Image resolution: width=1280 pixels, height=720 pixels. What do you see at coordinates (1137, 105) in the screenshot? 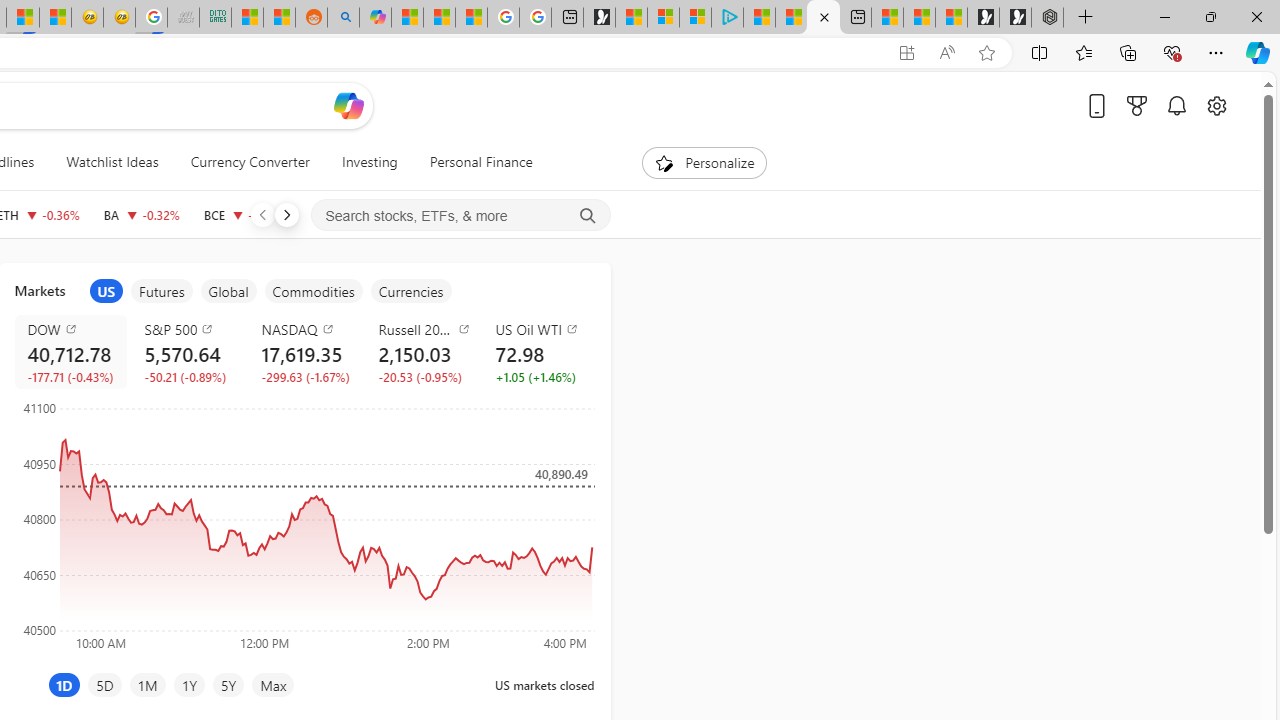
I see `'Microsoft rewards'` at bounding box center [1137, 105].